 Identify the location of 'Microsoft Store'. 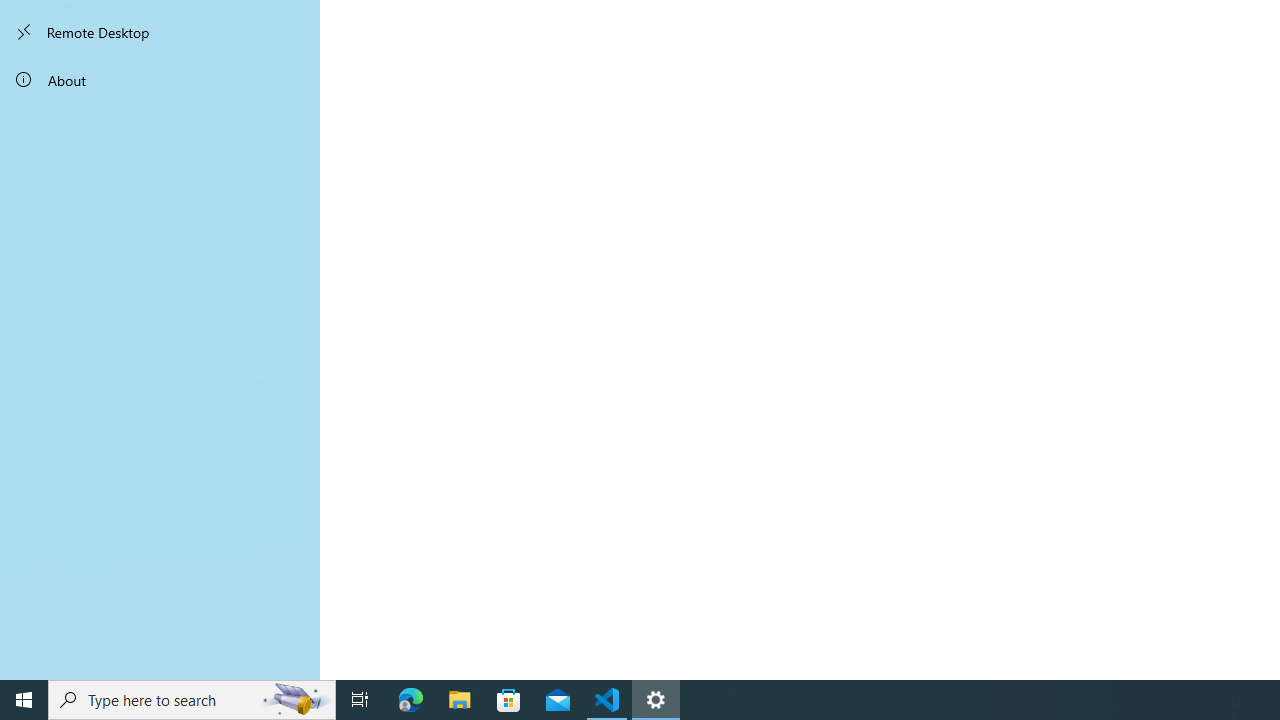
(509, 698).